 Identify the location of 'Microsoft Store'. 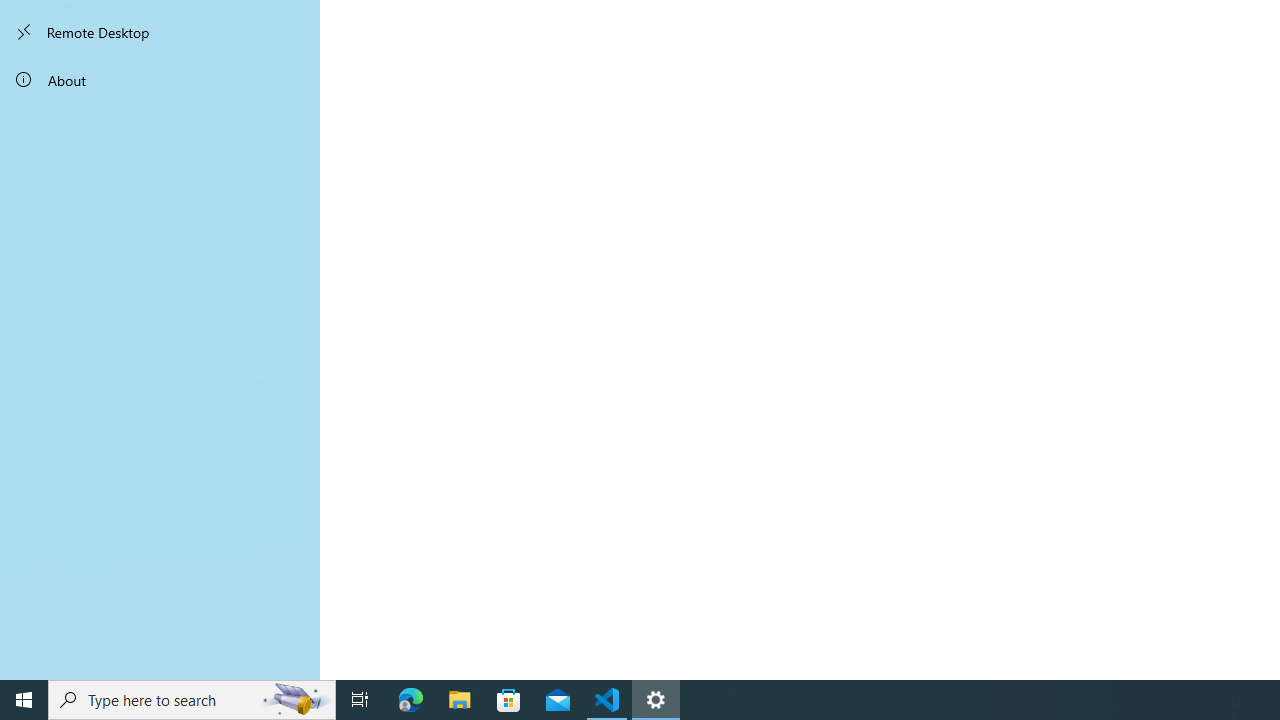
(509, 698).